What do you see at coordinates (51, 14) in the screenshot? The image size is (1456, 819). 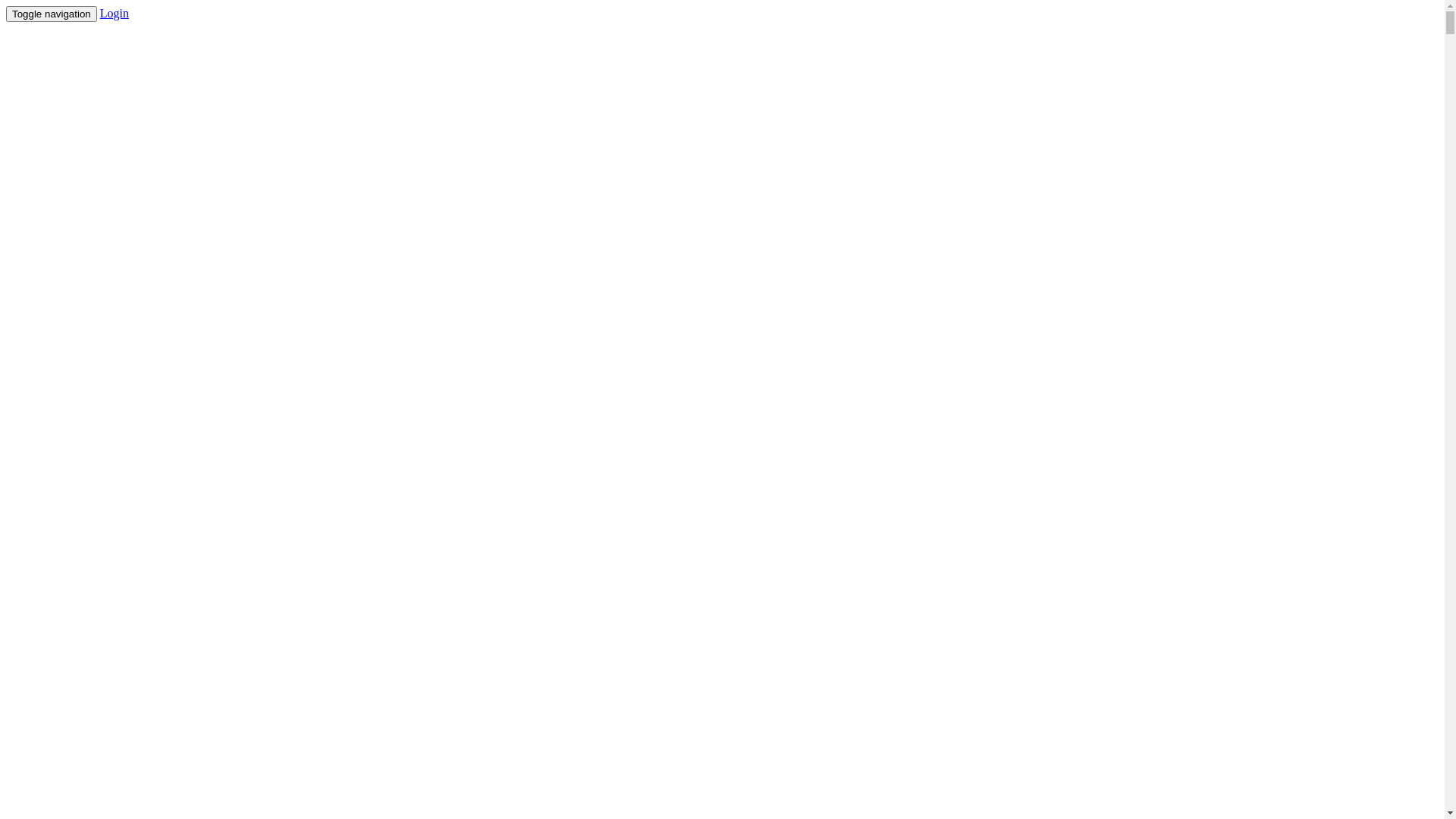 I see `'Toggle navigation'` at bounding box center [51, 14].